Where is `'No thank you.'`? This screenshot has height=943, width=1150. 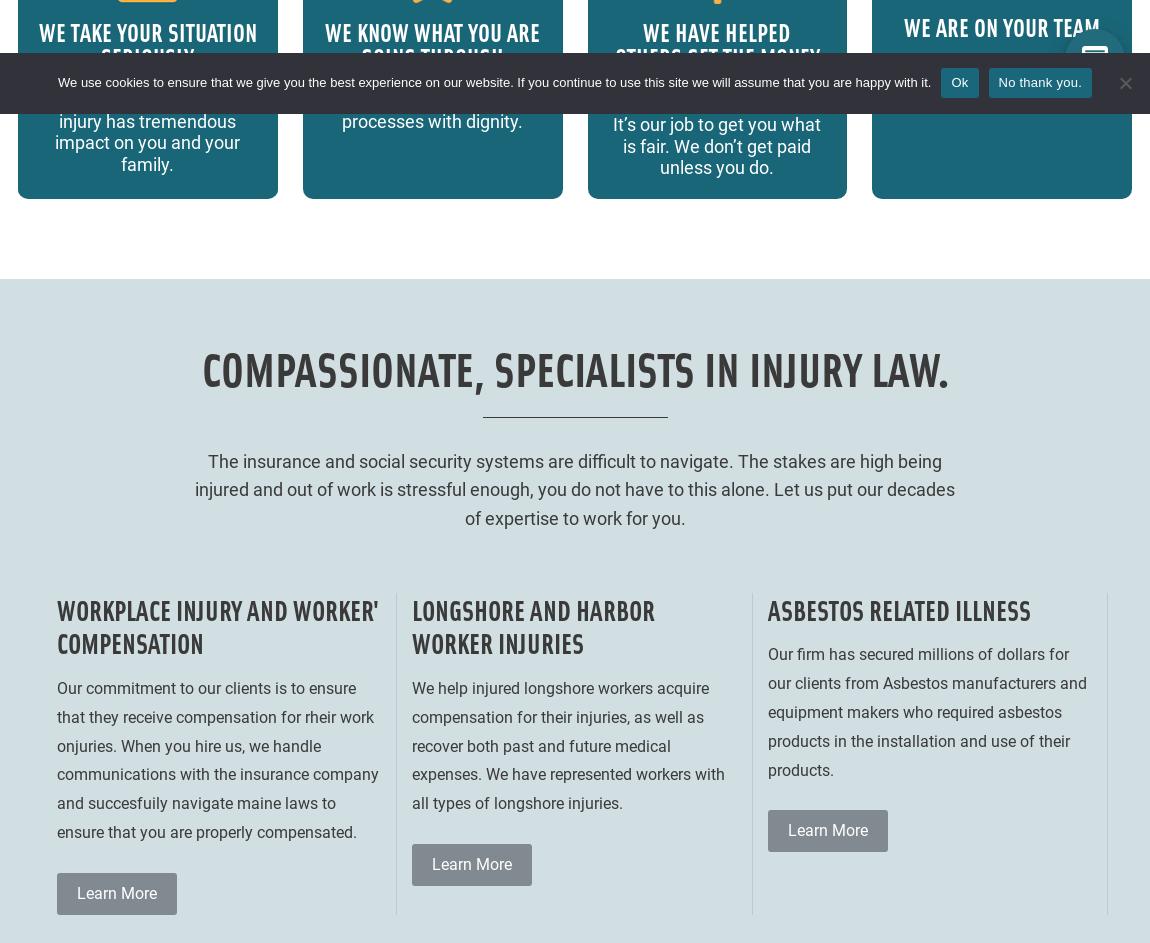 'No thank you.' is located at coordinates (1039, 81).